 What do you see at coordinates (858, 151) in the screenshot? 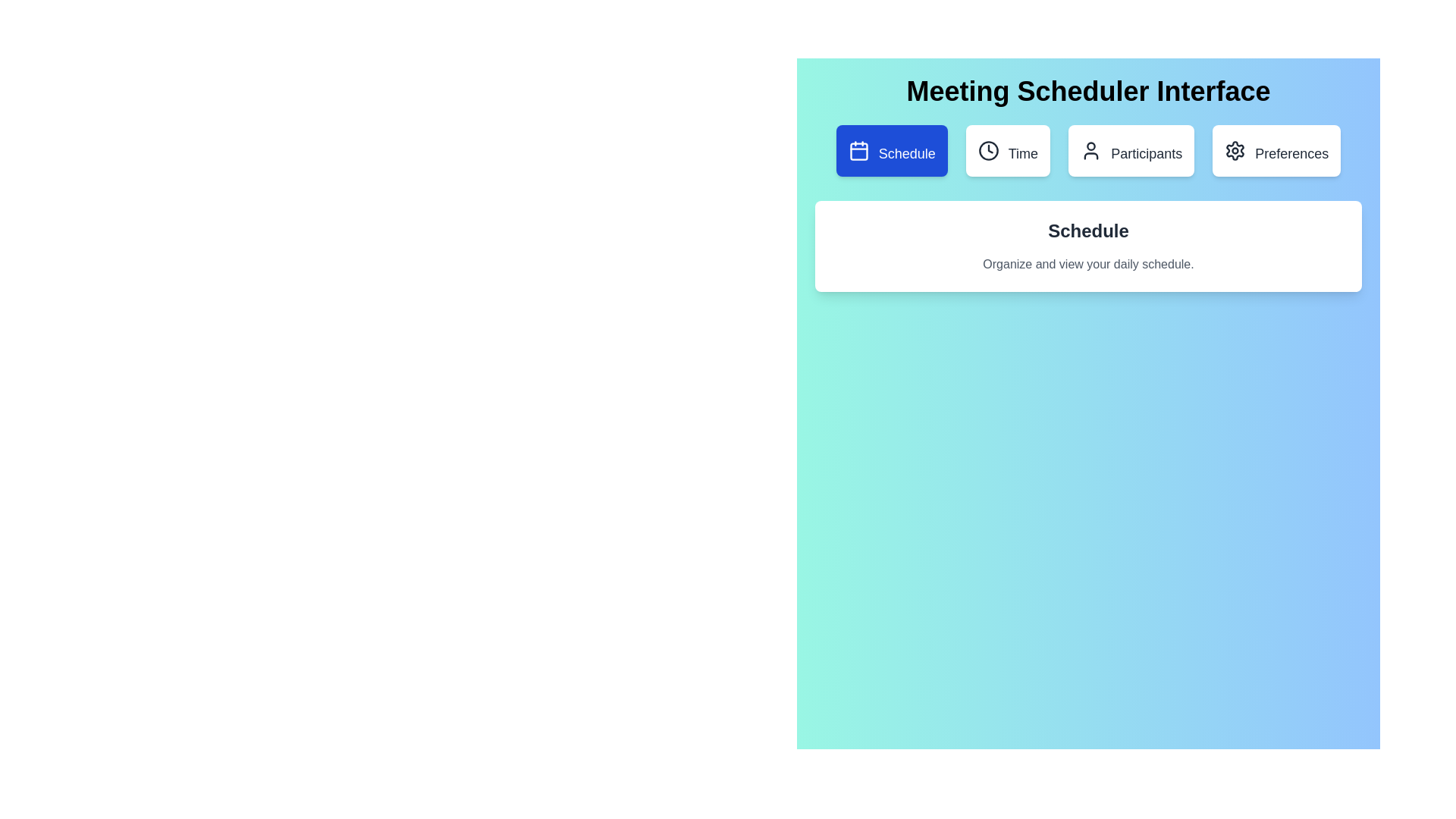
I see `the 'Schedule' icon located within the first control block of buttons at the top of the interface, which is styled with a blue background and positioned to the left of the 'Schedule' text` at bounding box center [858, 151].